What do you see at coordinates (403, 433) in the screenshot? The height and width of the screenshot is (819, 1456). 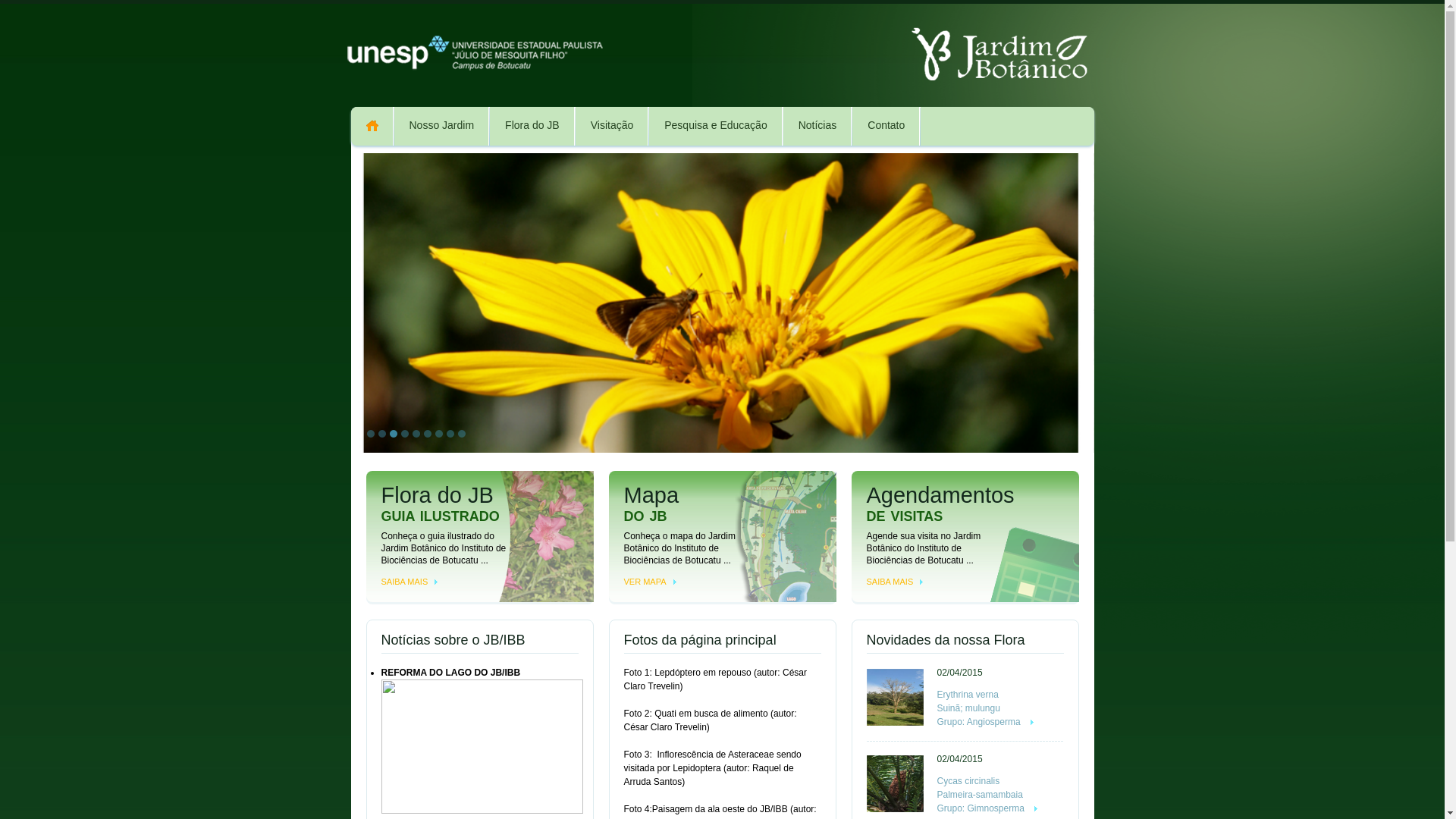 I see `'4'` at bounding box center [403, 433].